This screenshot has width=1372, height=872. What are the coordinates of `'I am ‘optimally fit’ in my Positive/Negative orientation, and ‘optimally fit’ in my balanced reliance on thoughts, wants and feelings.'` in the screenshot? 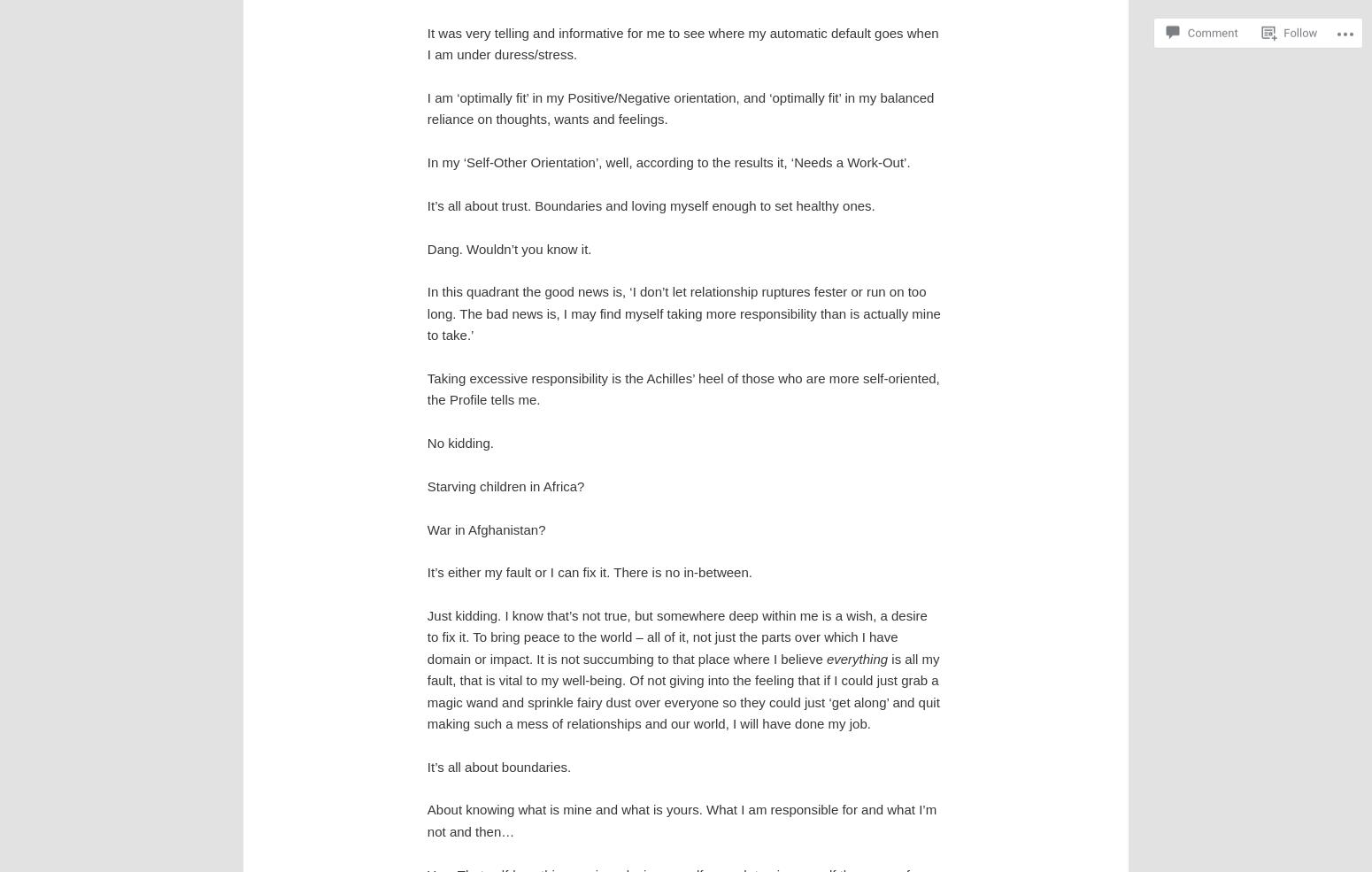 It's located at (680, 108).